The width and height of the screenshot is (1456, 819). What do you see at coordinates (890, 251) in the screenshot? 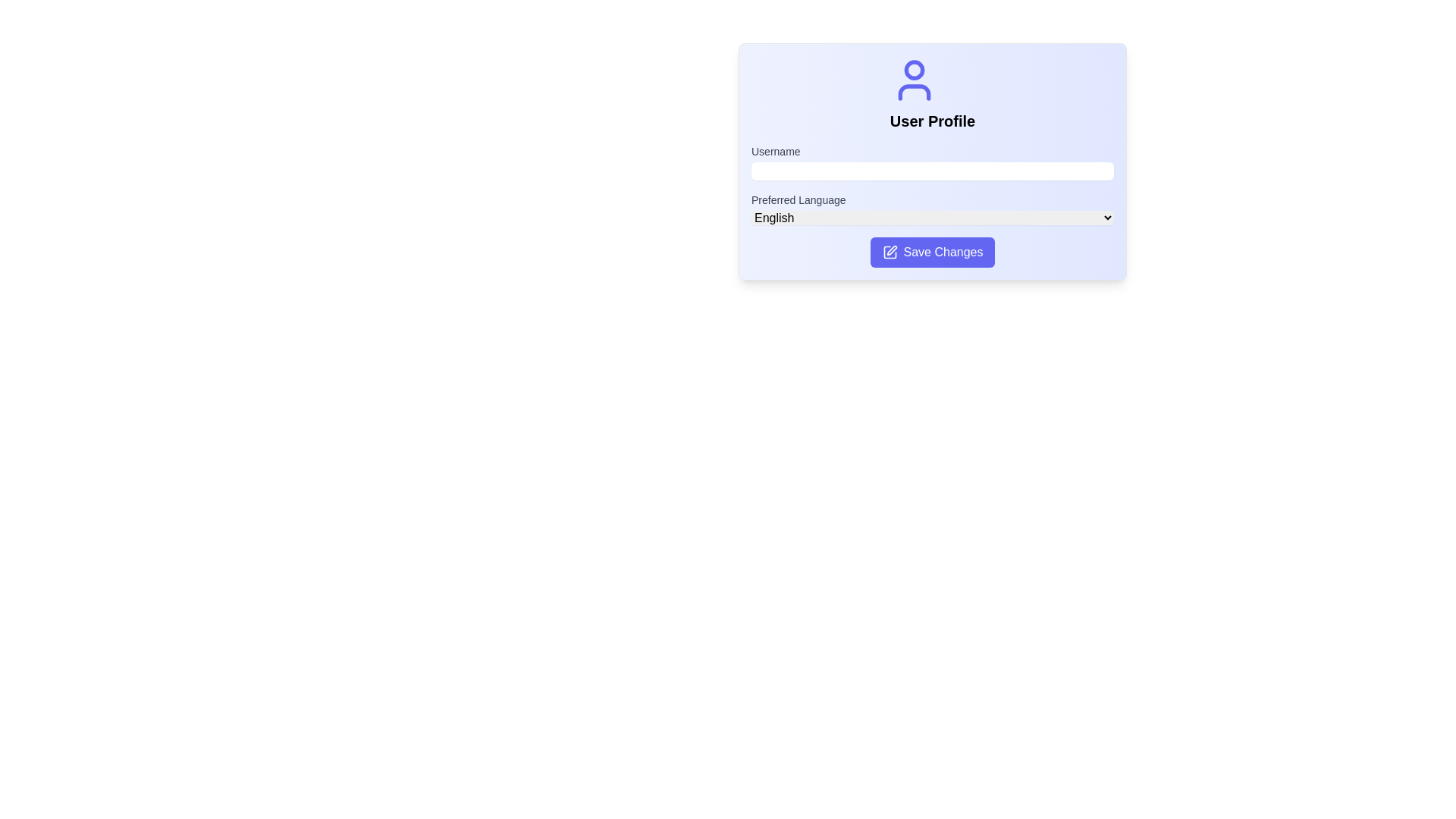
I see `the square icon with a pen inside the 'Save Changes' button located at the bottom of the profile form` at bounding box center [890, 251].